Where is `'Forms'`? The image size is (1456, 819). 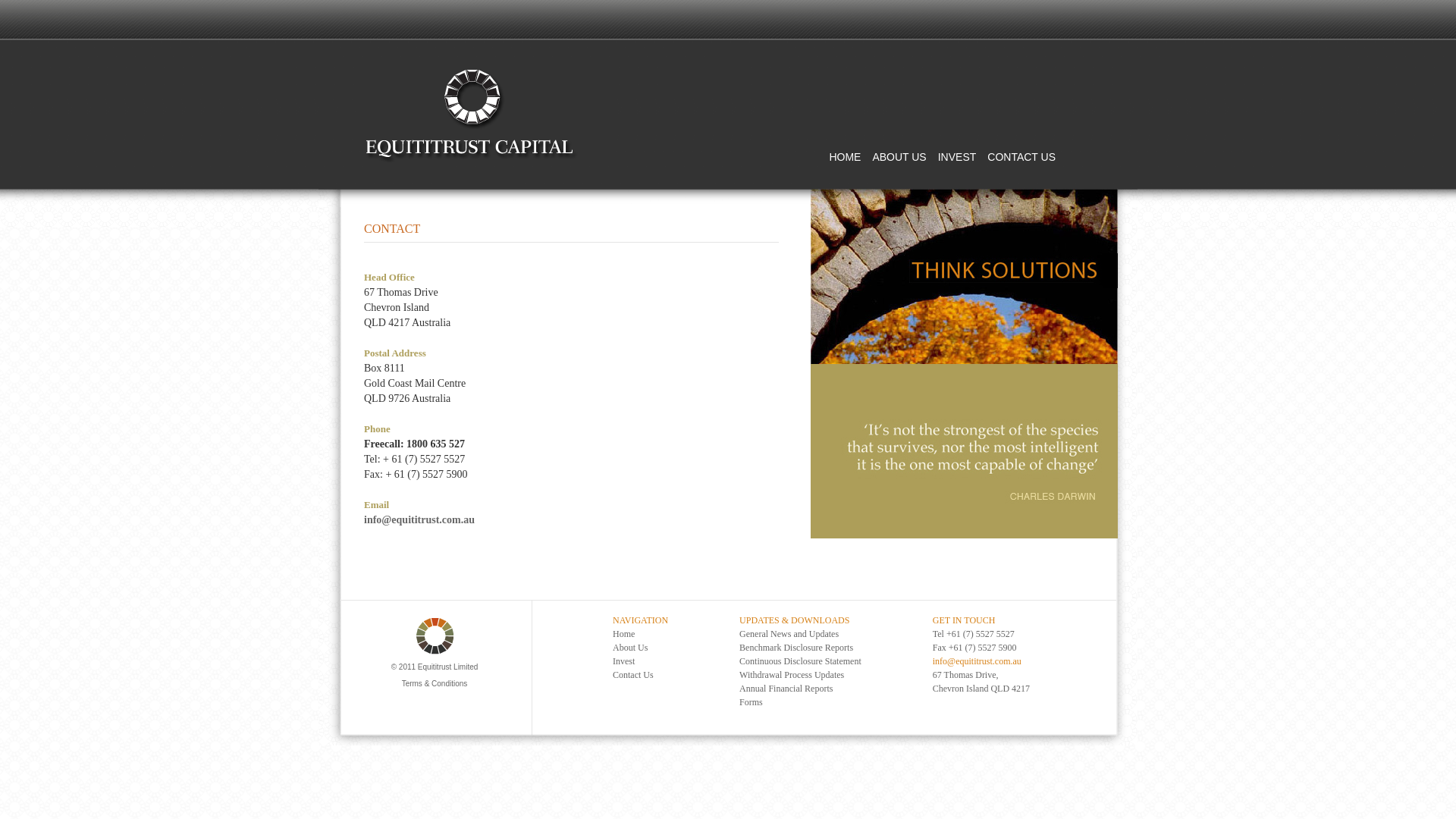 'Forms' is located at coordinates (751, 701).